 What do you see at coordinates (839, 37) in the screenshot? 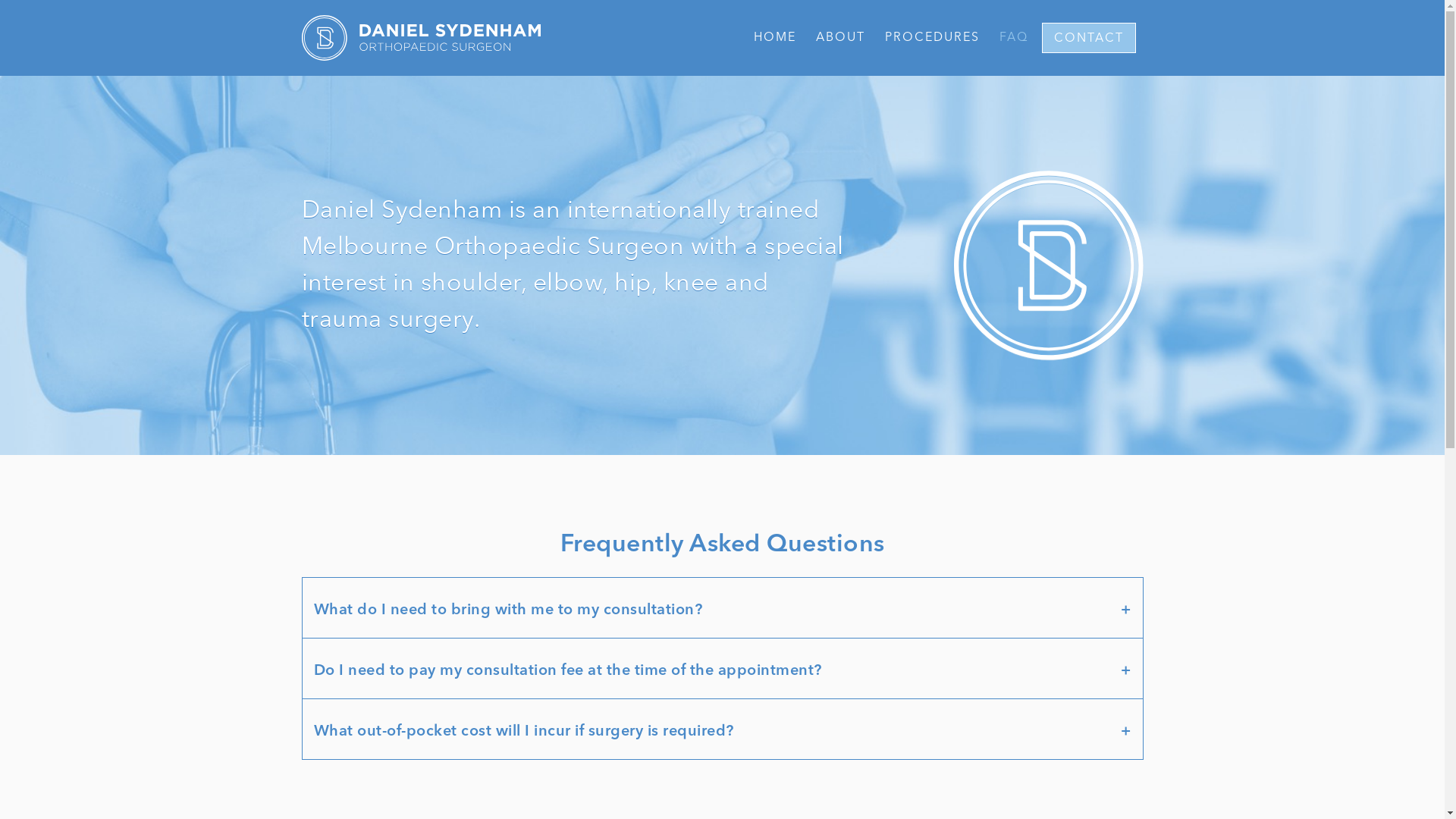
I see `'ABOUT'` at bounding box center [839, 37].